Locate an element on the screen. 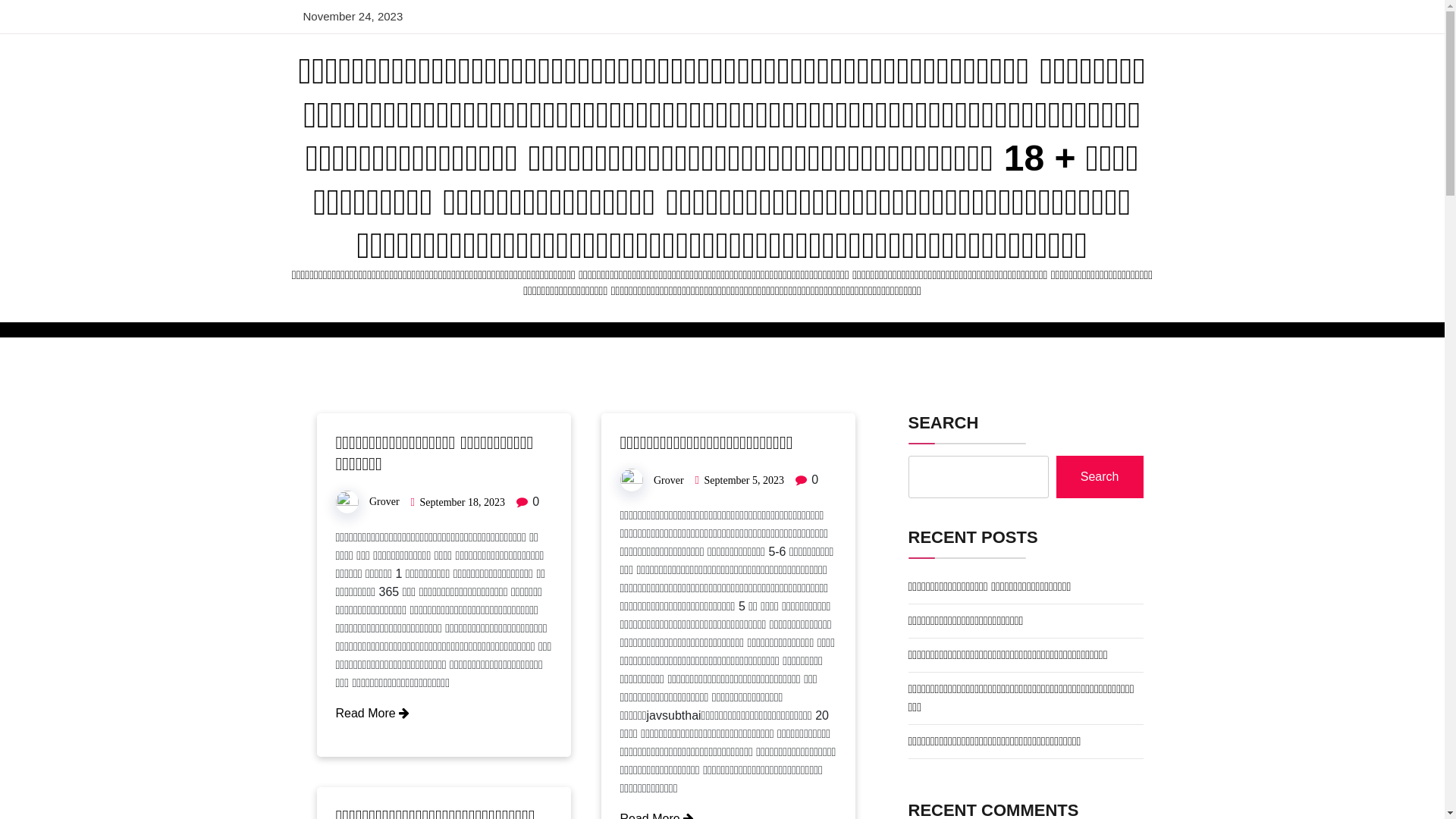  'September 5, 2023' is located at coordinates (704, 480).